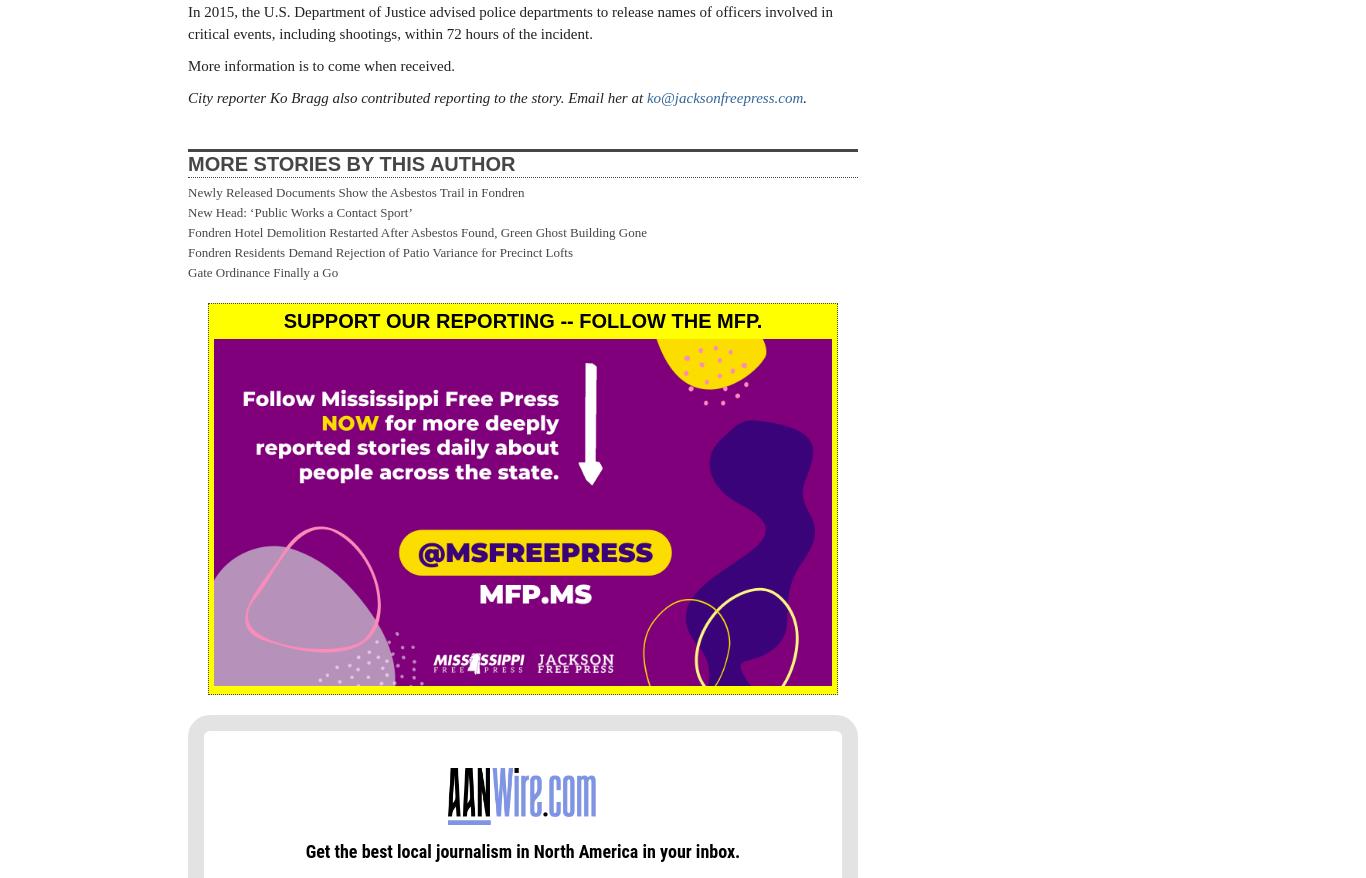 This screenshot has height=878, width=1366. What do you see at coordinates (416, 96) in the screenshot?
I see `'City reporter Ko Bragg also contributed reporting to the story. Email her at'` at bounding box center [416, 96].